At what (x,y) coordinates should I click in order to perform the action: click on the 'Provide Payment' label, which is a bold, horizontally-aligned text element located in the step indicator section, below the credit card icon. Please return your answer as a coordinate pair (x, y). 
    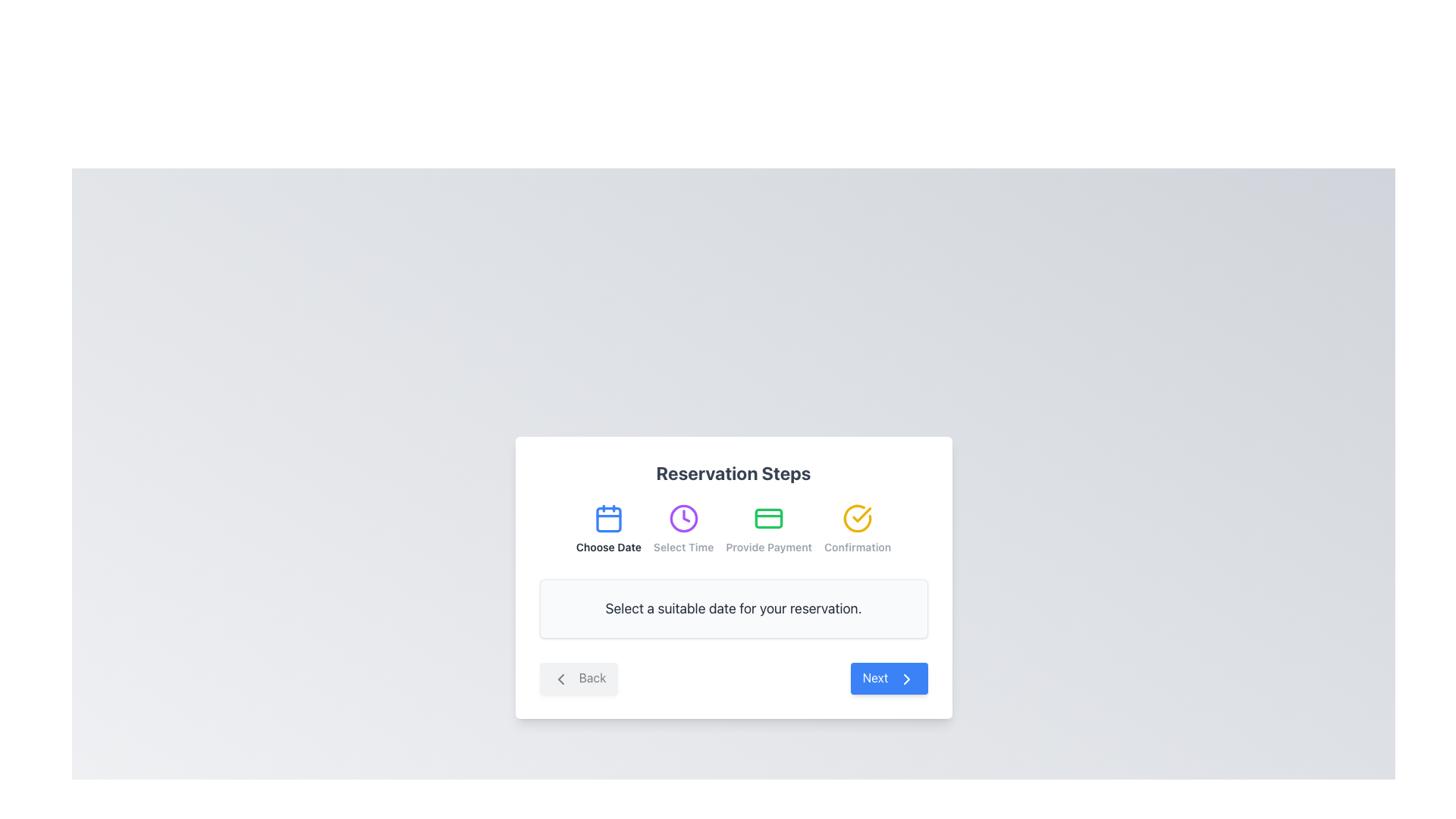
    Looking at the image, I should click on (769, 548).